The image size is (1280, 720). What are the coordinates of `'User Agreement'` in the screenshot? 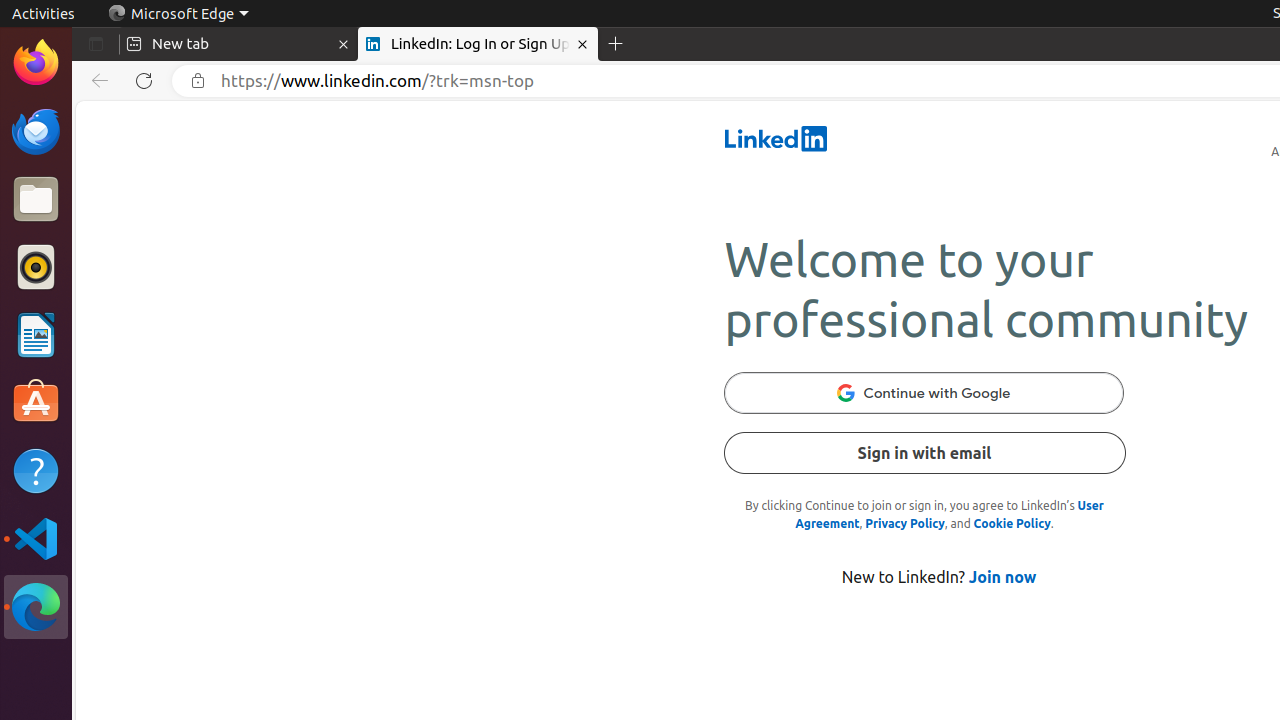 It's located at (948, 513).